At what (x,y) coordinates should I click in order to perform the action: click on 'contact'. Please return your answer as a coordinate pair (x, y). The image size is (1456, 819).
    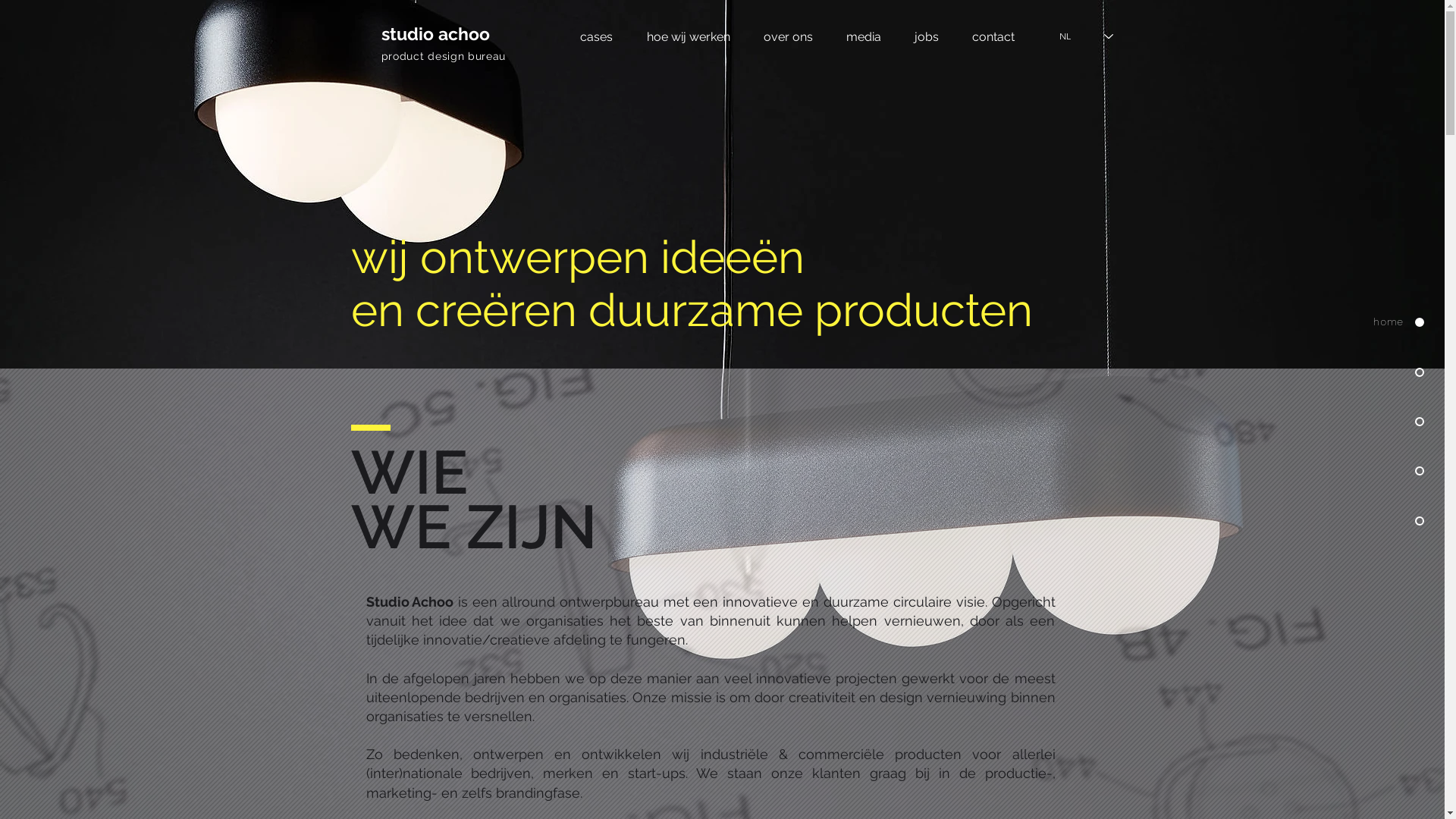
    Looking at the image, I should click on (993, 36).